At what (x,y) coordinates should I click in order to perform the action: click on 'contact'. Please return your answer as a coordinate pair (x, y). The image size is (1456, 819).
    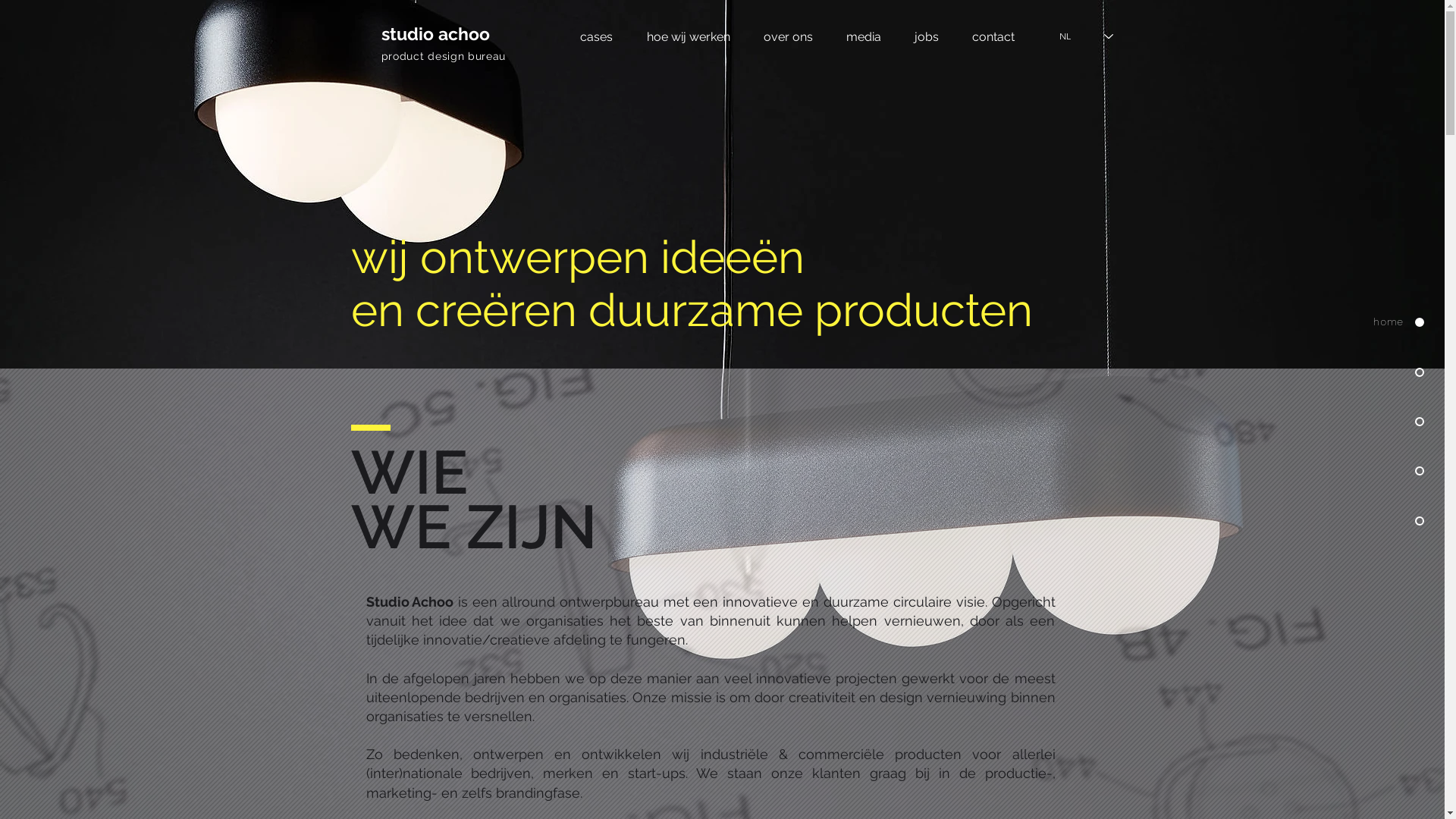
    Looking at the image, I should click on (993, 36).